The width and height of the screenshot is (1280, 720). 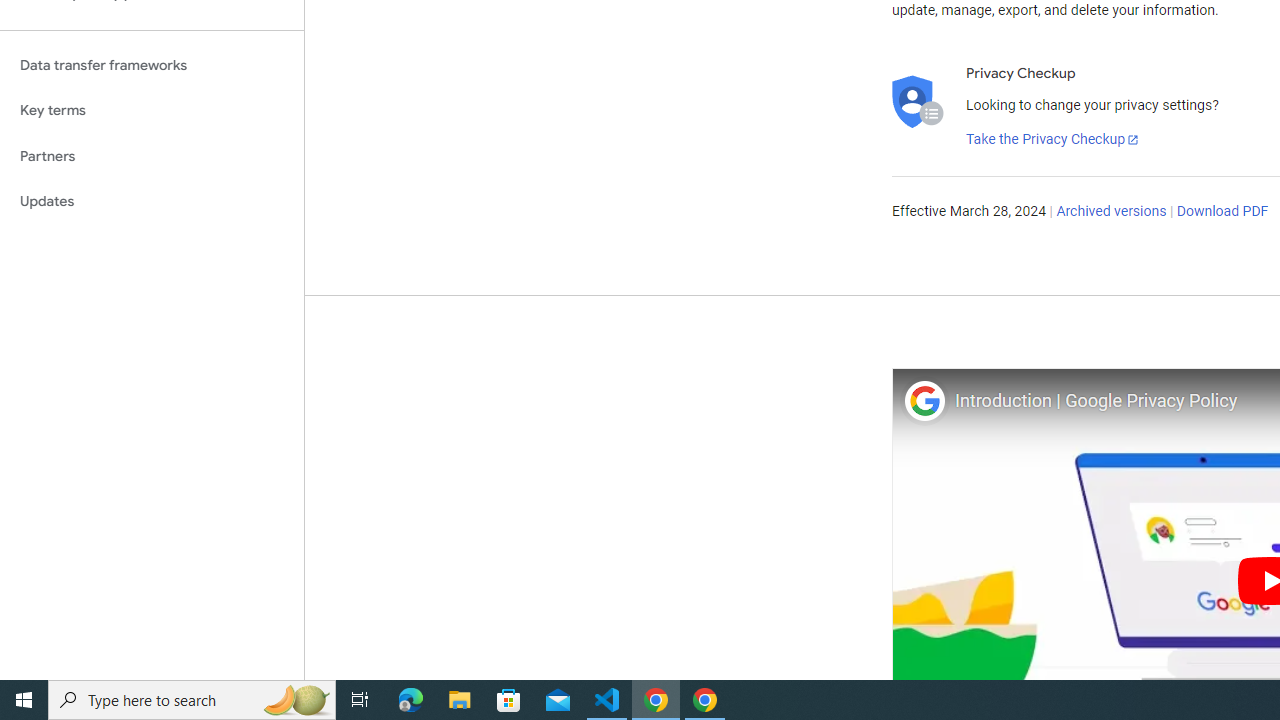 What do you see at coordinates (1110, 212) in the screenshot?
I see `'Archived versions'` at bounding box center [1110, 212].